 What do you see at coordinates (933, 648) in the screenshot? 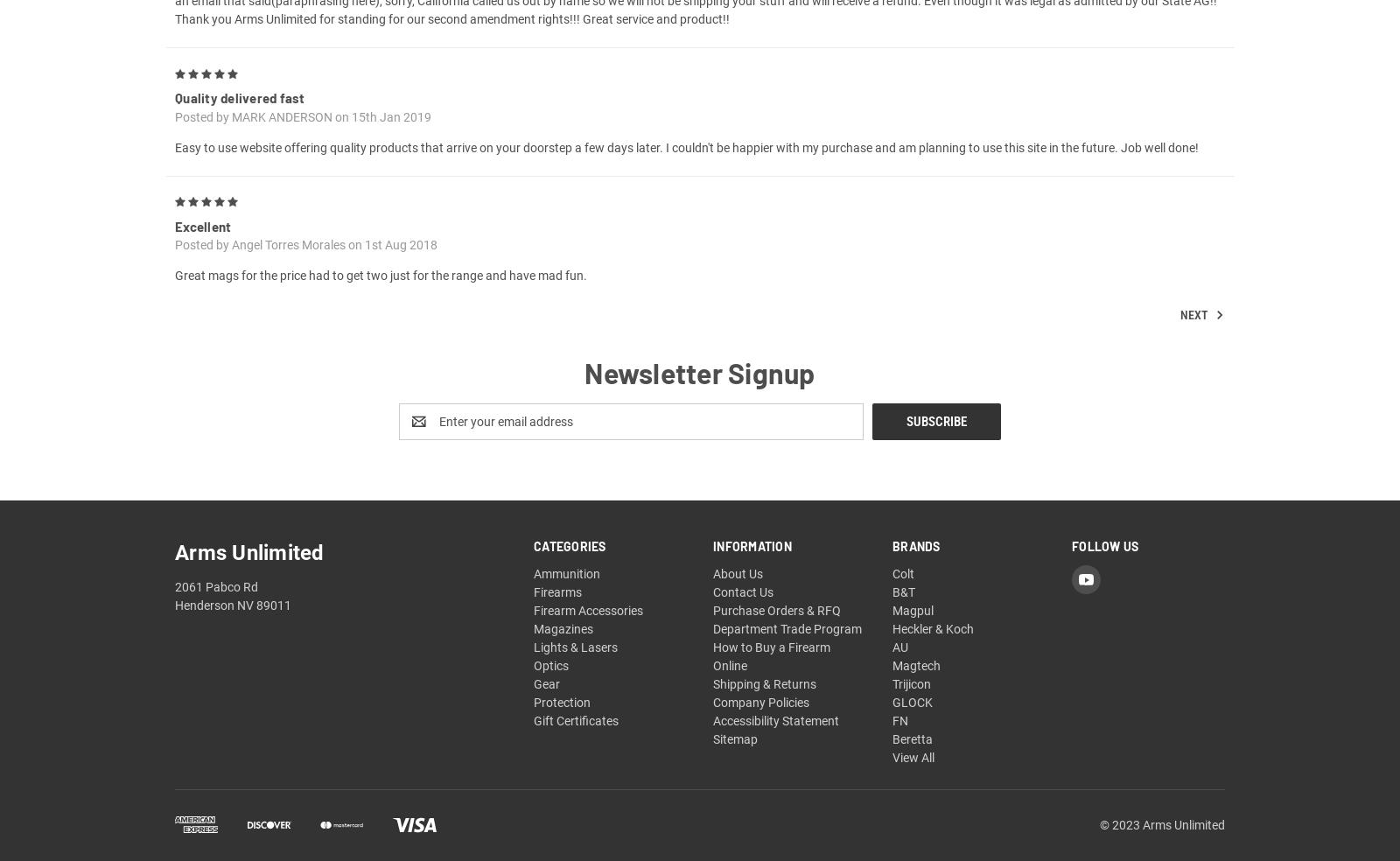
I see `'Heckler & Koch'` at bounding box center [933, 648].